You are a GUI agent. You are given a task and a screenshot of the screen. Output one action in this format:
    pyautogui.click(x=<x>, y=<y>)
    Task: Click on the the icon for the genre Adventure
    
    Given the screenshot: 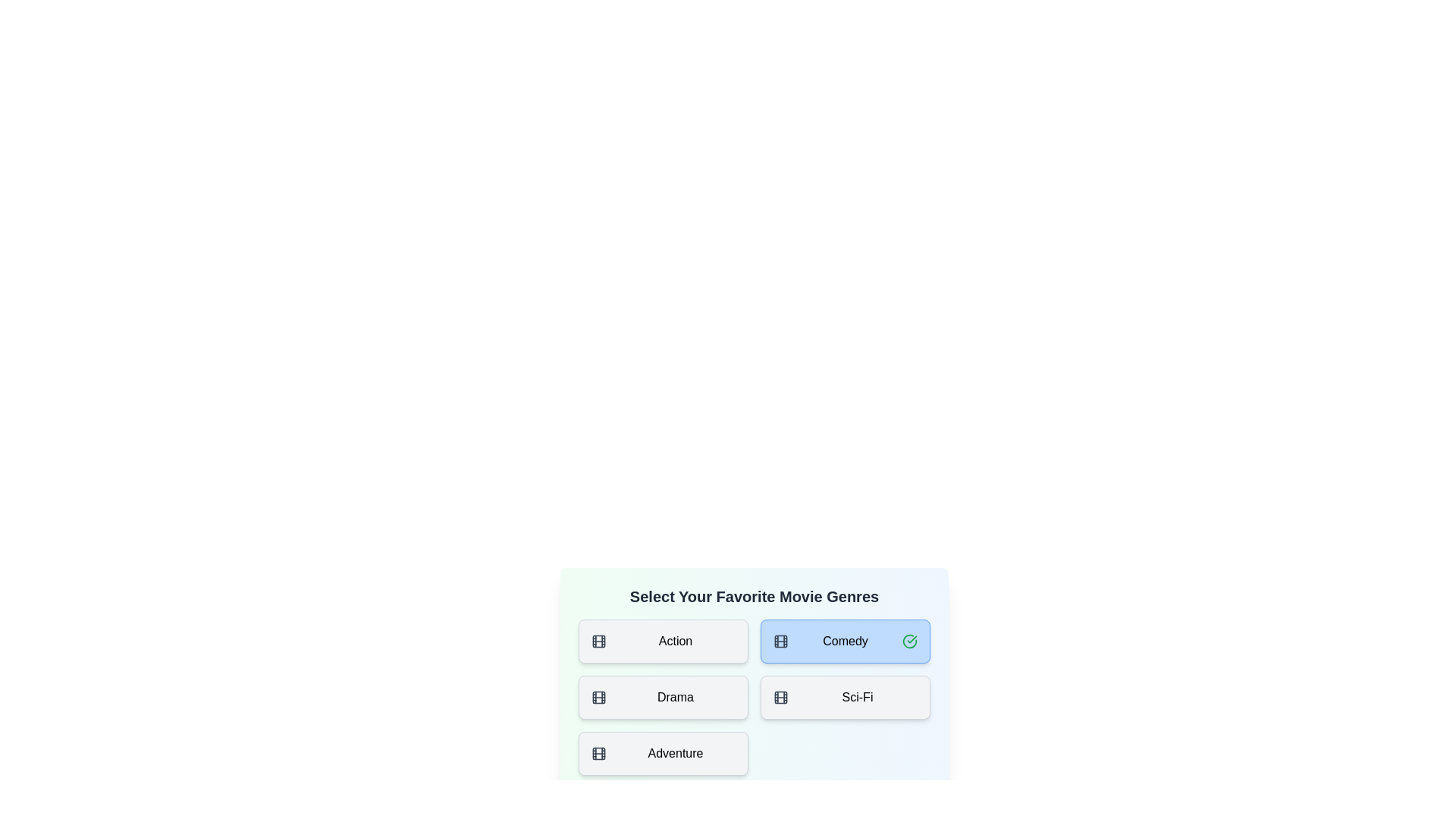 What is the action you would take?
    pyautogui.click(x=598, y=754)
    